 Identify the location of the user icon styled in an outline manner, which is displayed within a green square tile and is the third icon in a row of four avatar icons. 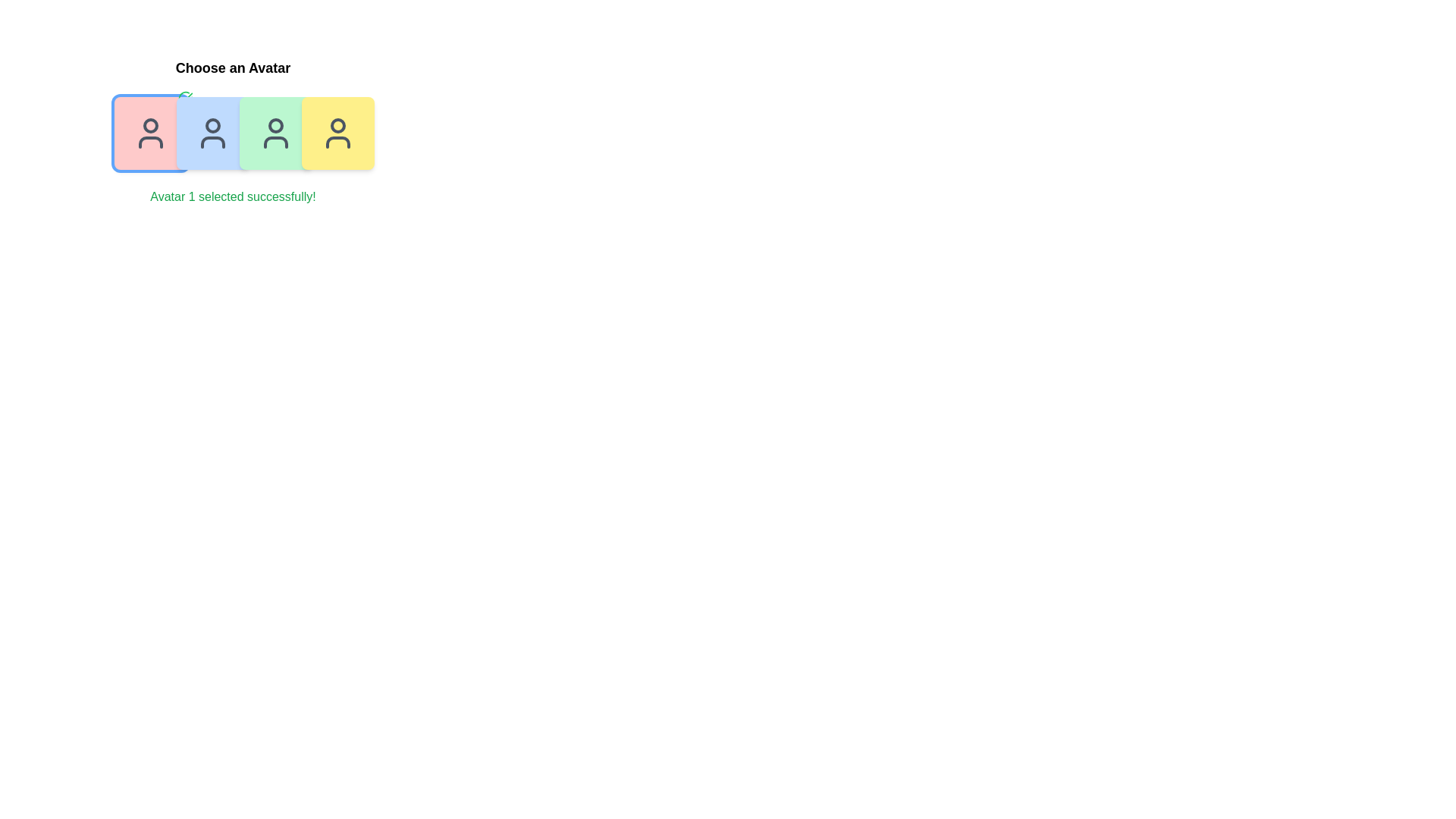
(275, 133).